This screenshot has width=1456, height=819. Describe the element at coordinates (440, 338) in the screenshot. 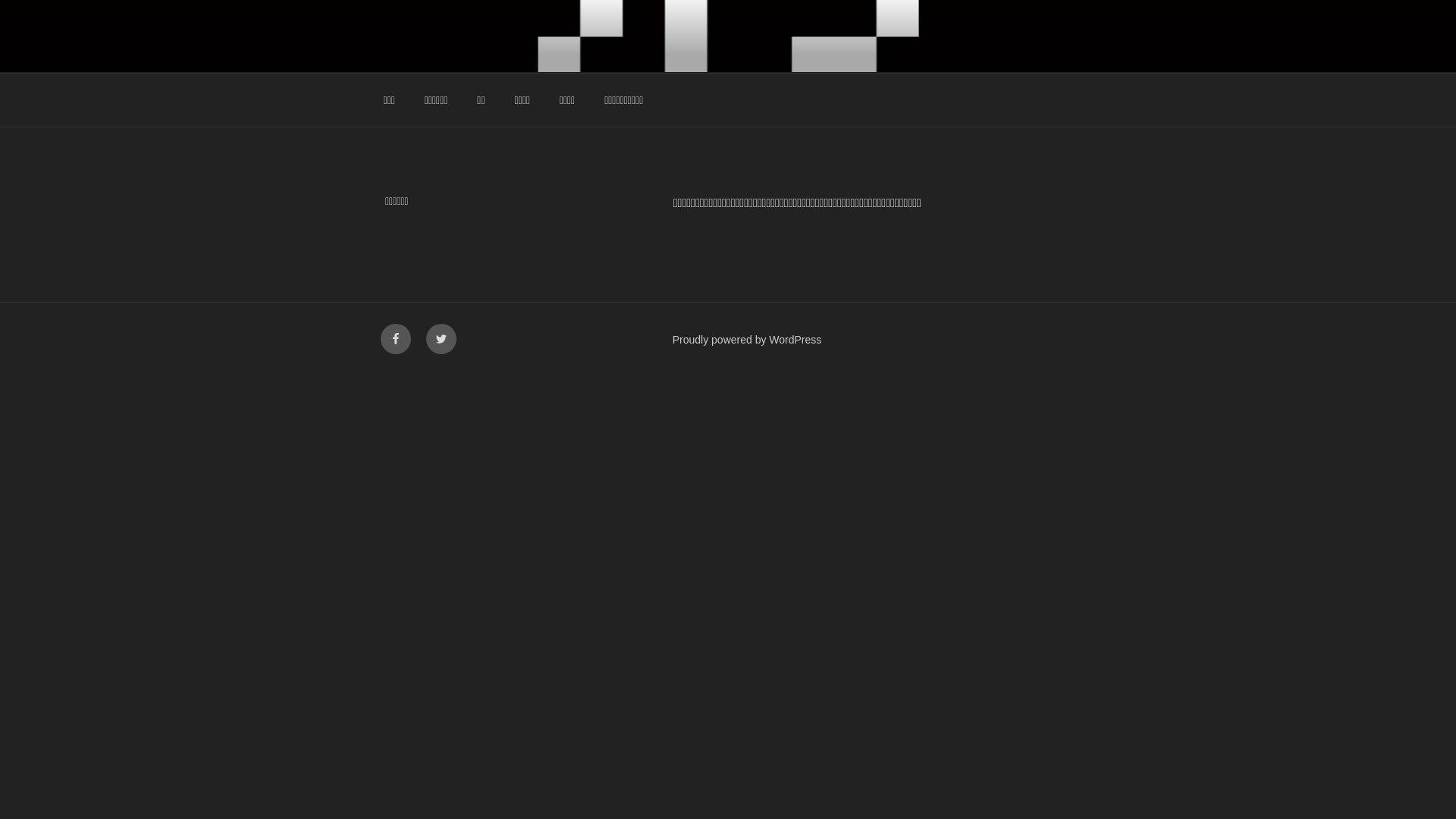

I see `'Twitter'` at that location.